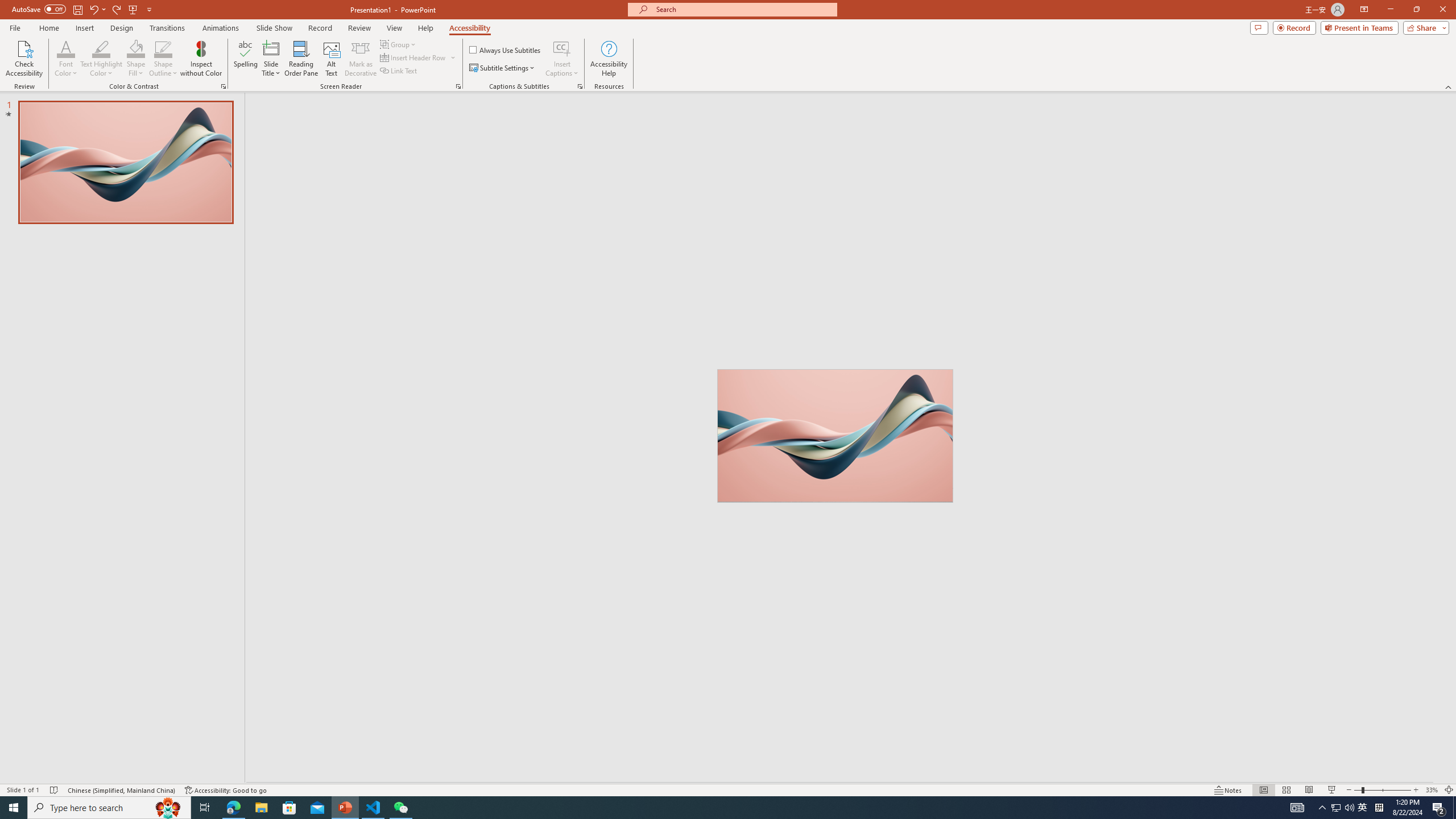 The width and height of the screenshot is (1456, 819). What do you see at coordinates (503, 67) in the screenshot?
I see `'Subtitle Settings'` at bounding box center [503, 67].